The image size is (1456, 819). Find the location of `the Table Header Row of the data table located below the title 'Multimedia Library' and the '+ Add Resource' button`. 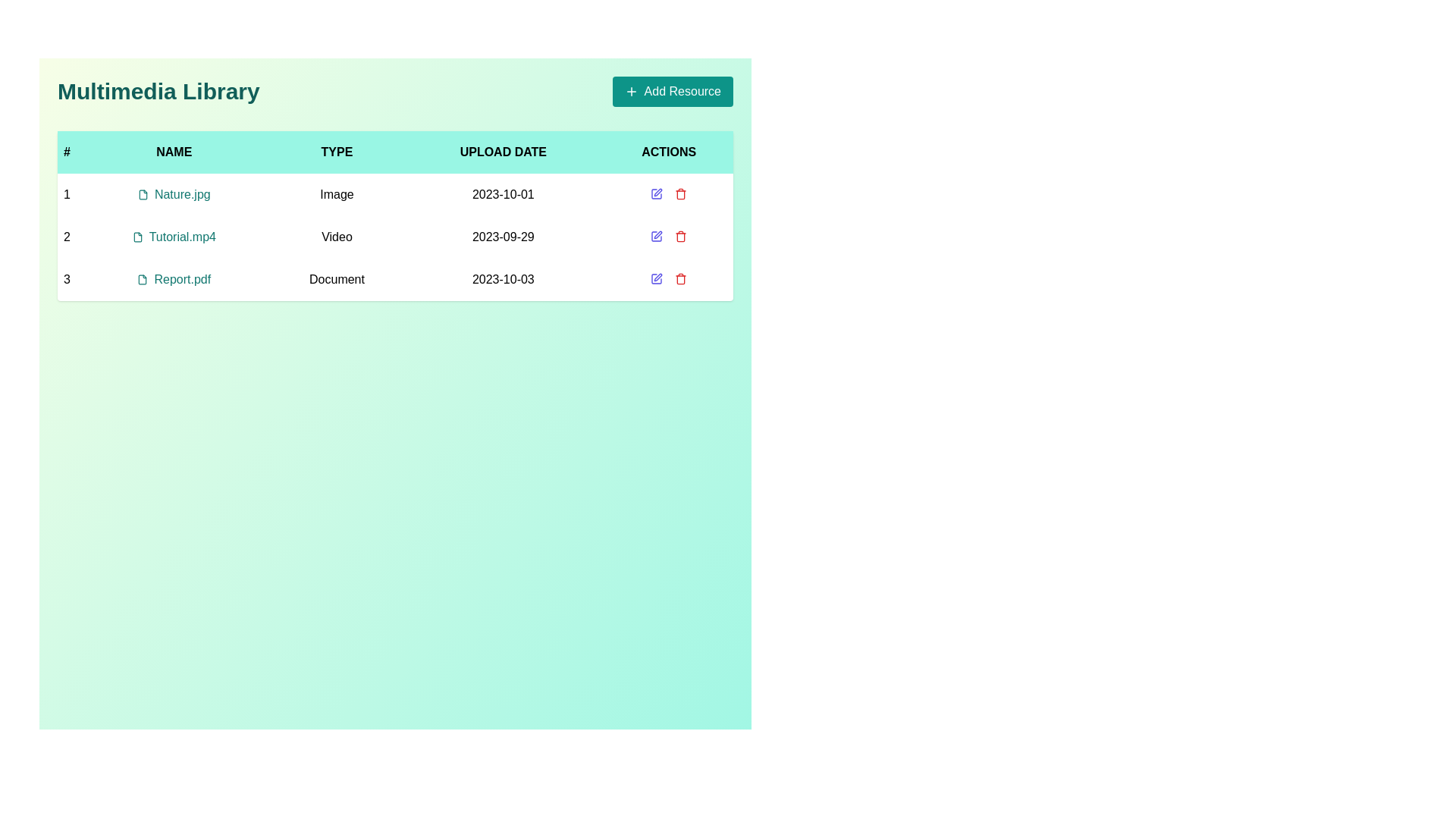

the Table Header Row of the data table located below the title 'Multimedia Library' and the '+ Add Resource' button is located at coordinates (395, 152).